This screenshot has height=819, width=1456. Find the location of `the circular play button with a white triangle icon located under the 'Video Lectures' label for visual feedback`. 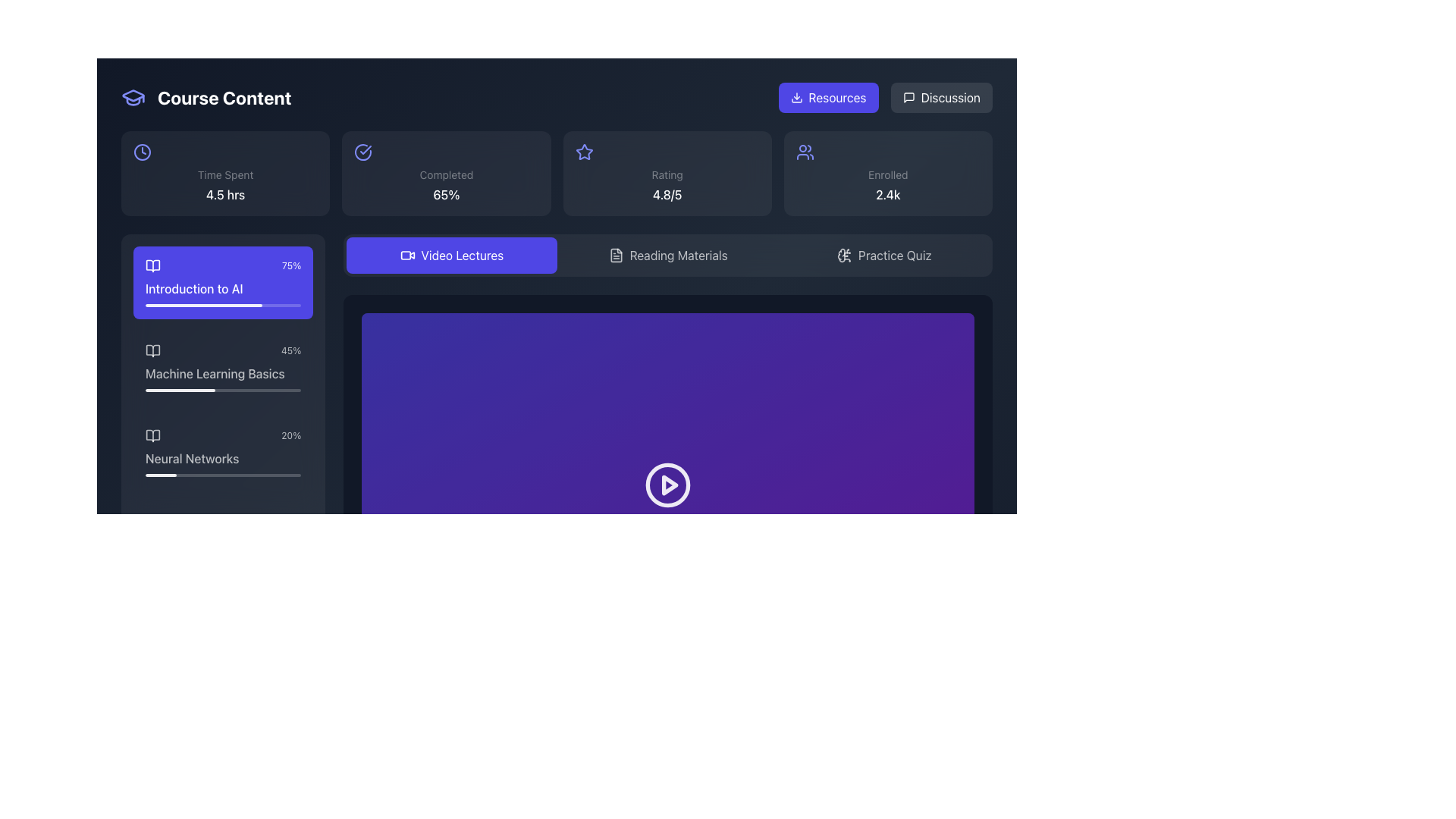

the circular play button with a white triangle icon located under the 'Video Lectures' label for visual feedback is located at coordinates (667, 485).